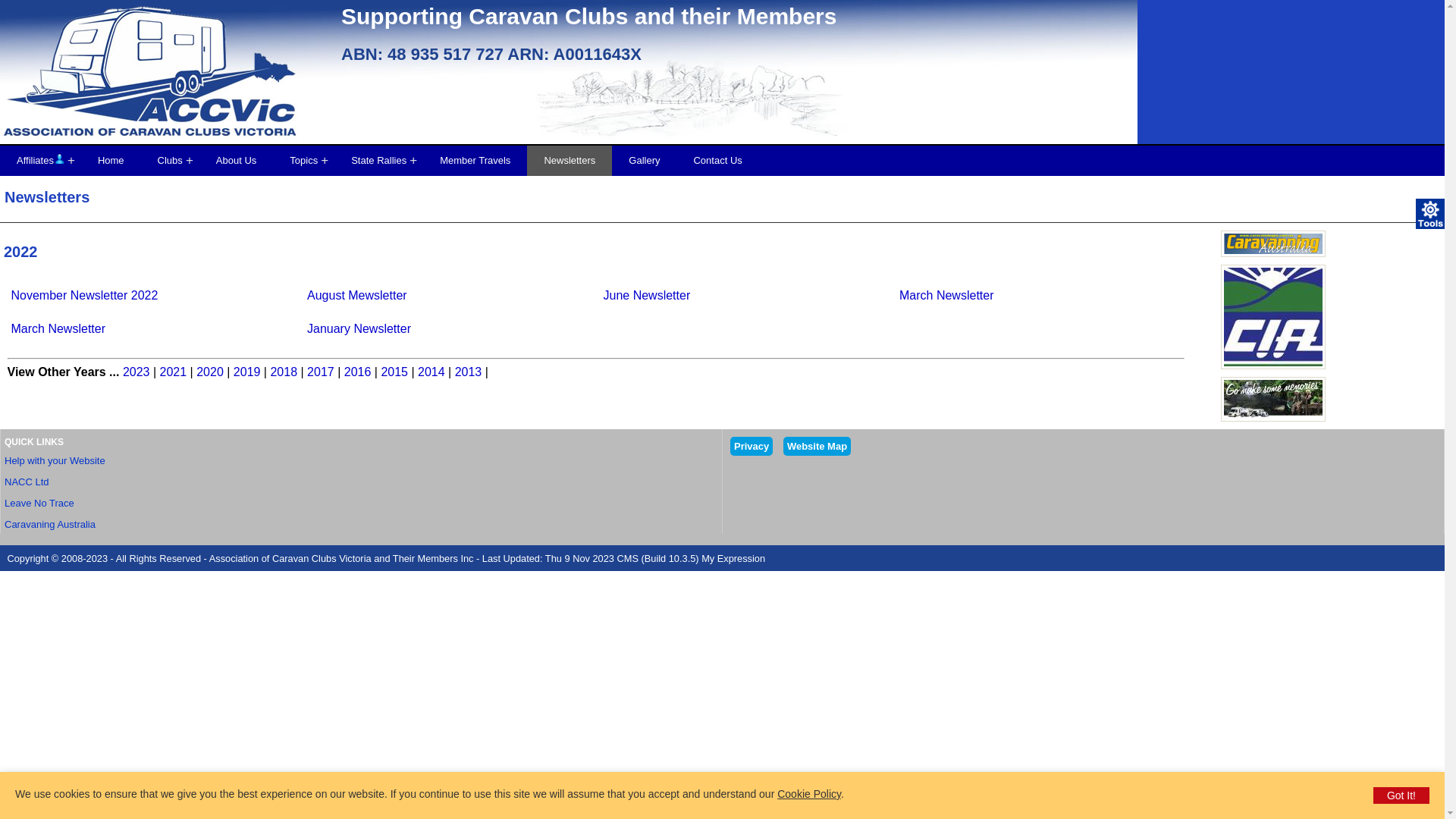 The width and height of the screenshot is (1456, 819). Describe the element at coordinates (306, 295) in the screenshot. I see `'August Mewsletter'` at that location.